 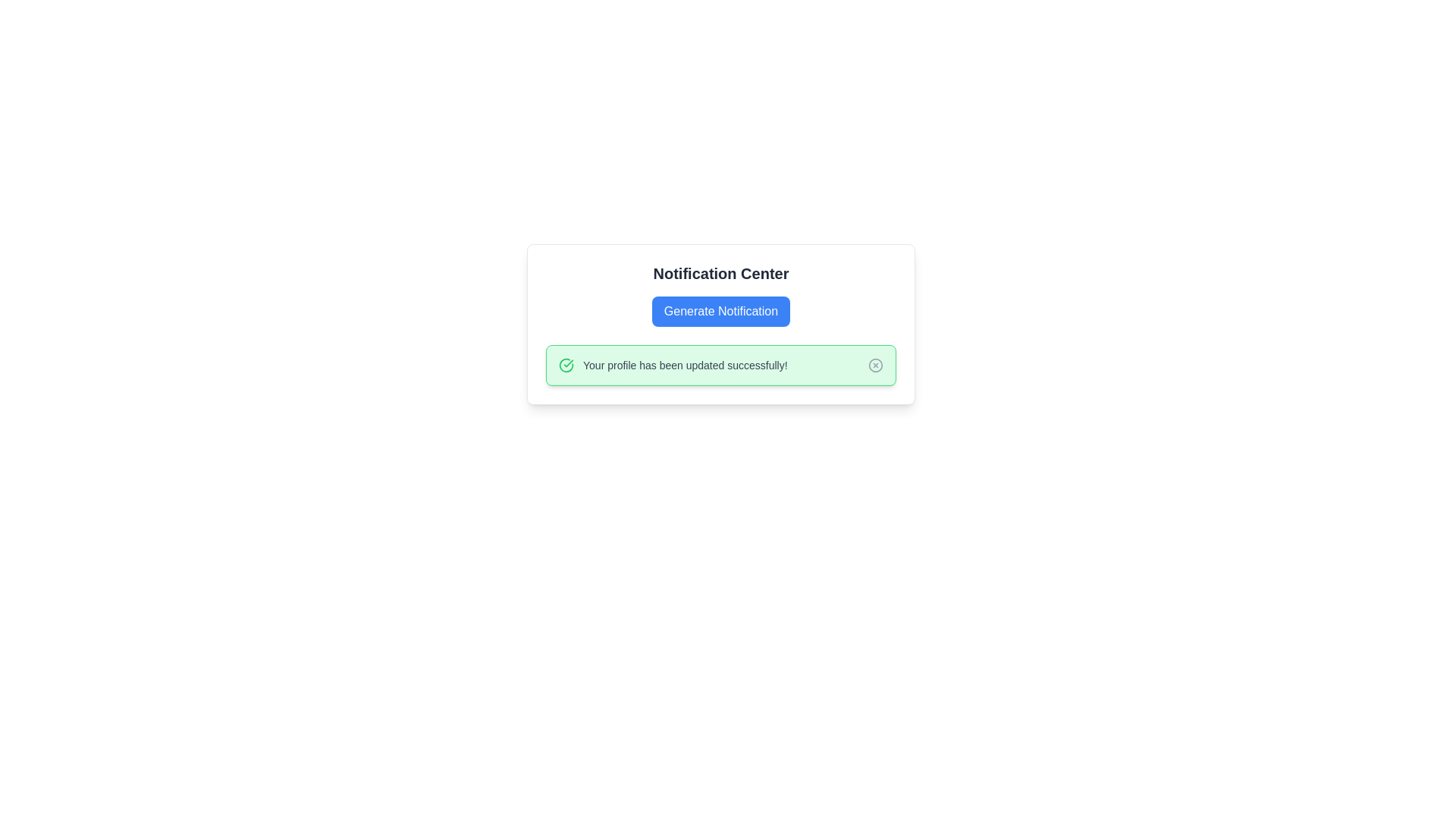 What do you see at coordinates (672, 366) in the screenshot?
I see `the success message text displayed in the green notification bar indicating an update to the user's profile` at bounding box center [672, 366].